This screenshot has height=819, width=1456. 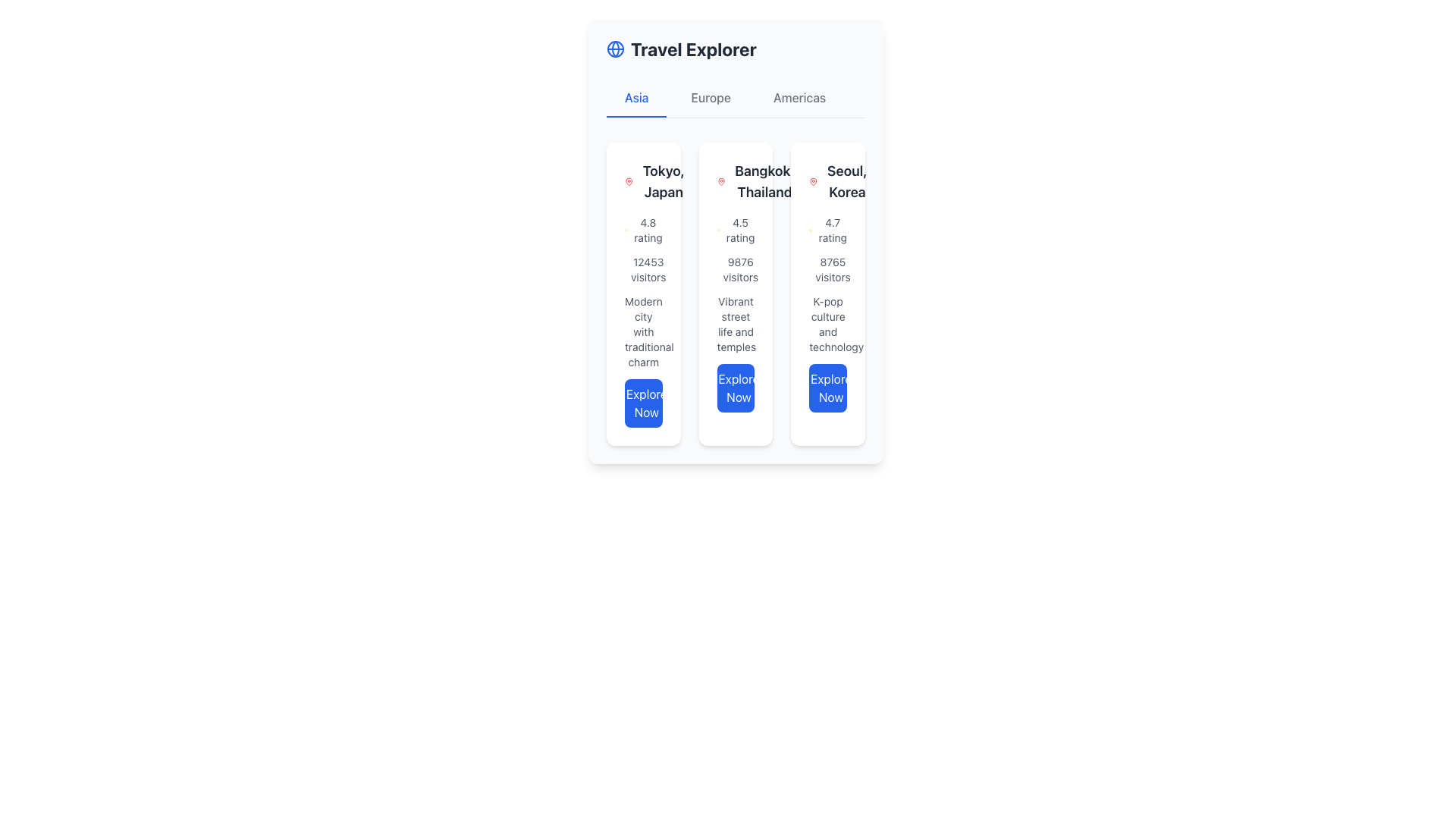 What do you see at coordinates (615, 49) in the screenshot?
I see `the SVG circle element that represents a globe, located at the top-left corner of the interface next to the title 'Travel Explorer'` at bounding box center [615, 49].